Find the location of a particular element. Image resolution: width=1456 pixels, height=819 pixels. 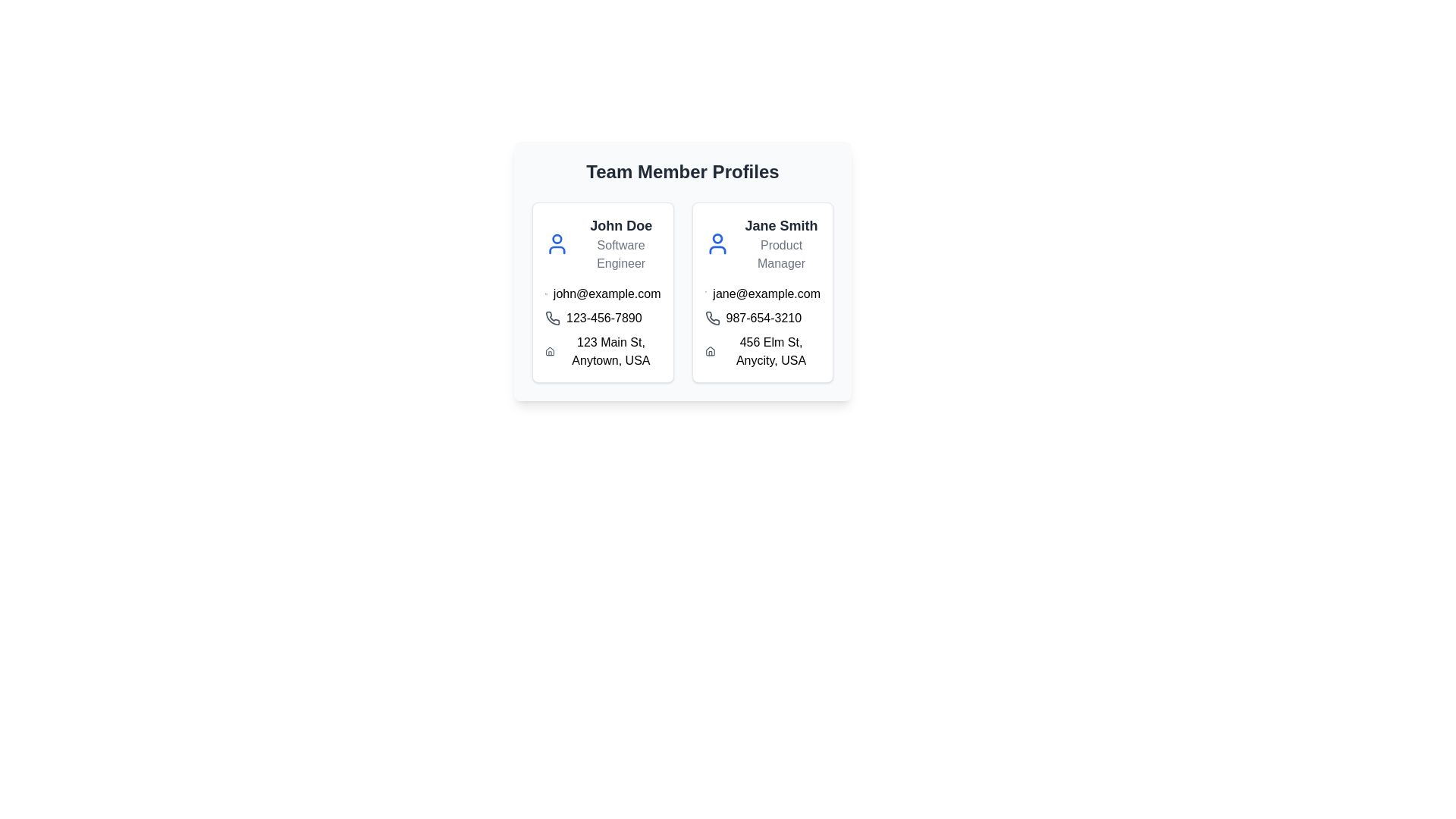

the house-shaped icon with a gray outline and white fill, located to the left of the text '123 Main St, Anytown, USA' in the user's profile card is located at coordinates (549, 351).